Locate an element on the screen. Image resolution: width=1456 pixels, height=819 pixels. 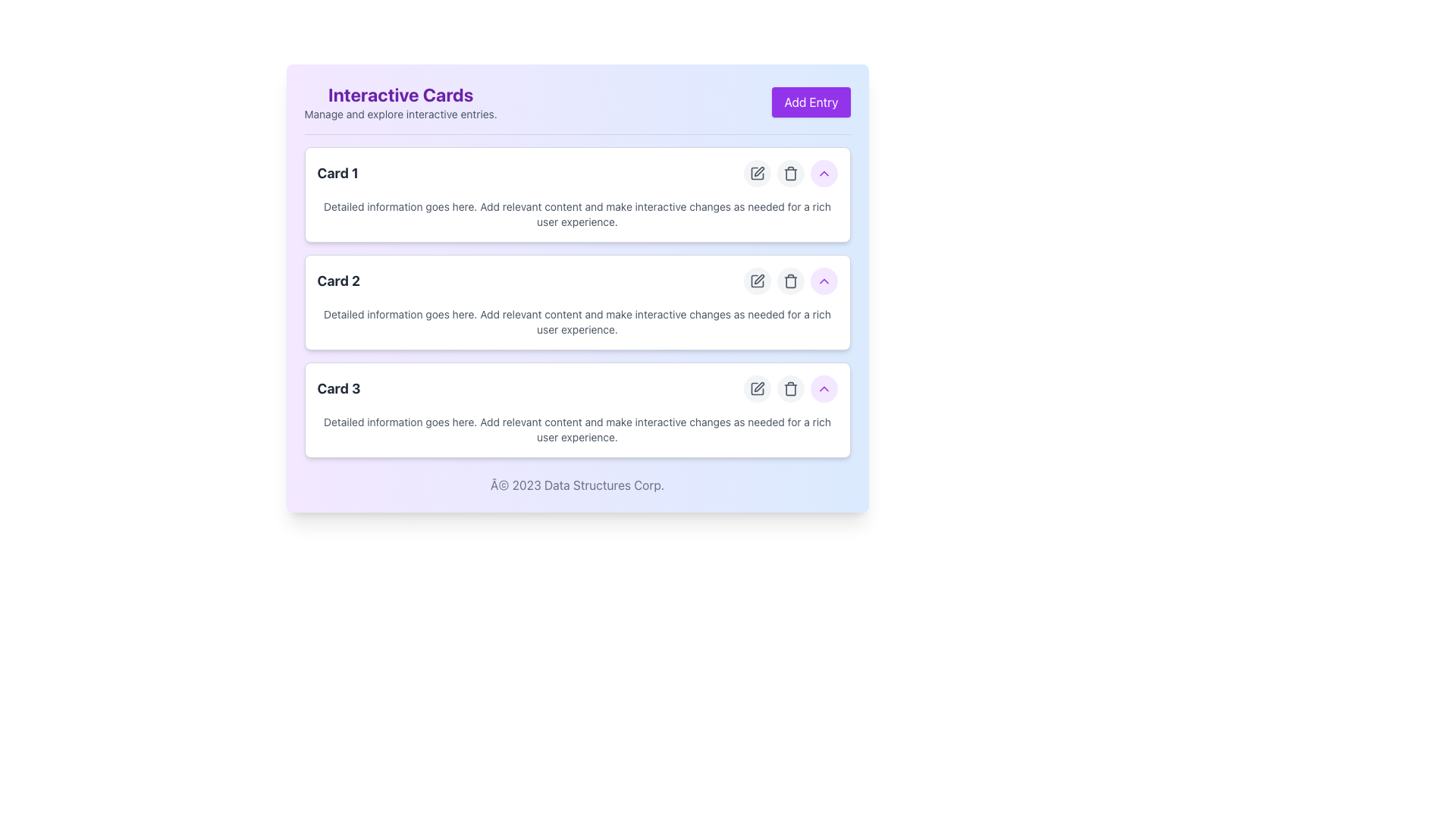
the upward action button located at the far right of 'Card 2' is located at coordinates (823, 281).